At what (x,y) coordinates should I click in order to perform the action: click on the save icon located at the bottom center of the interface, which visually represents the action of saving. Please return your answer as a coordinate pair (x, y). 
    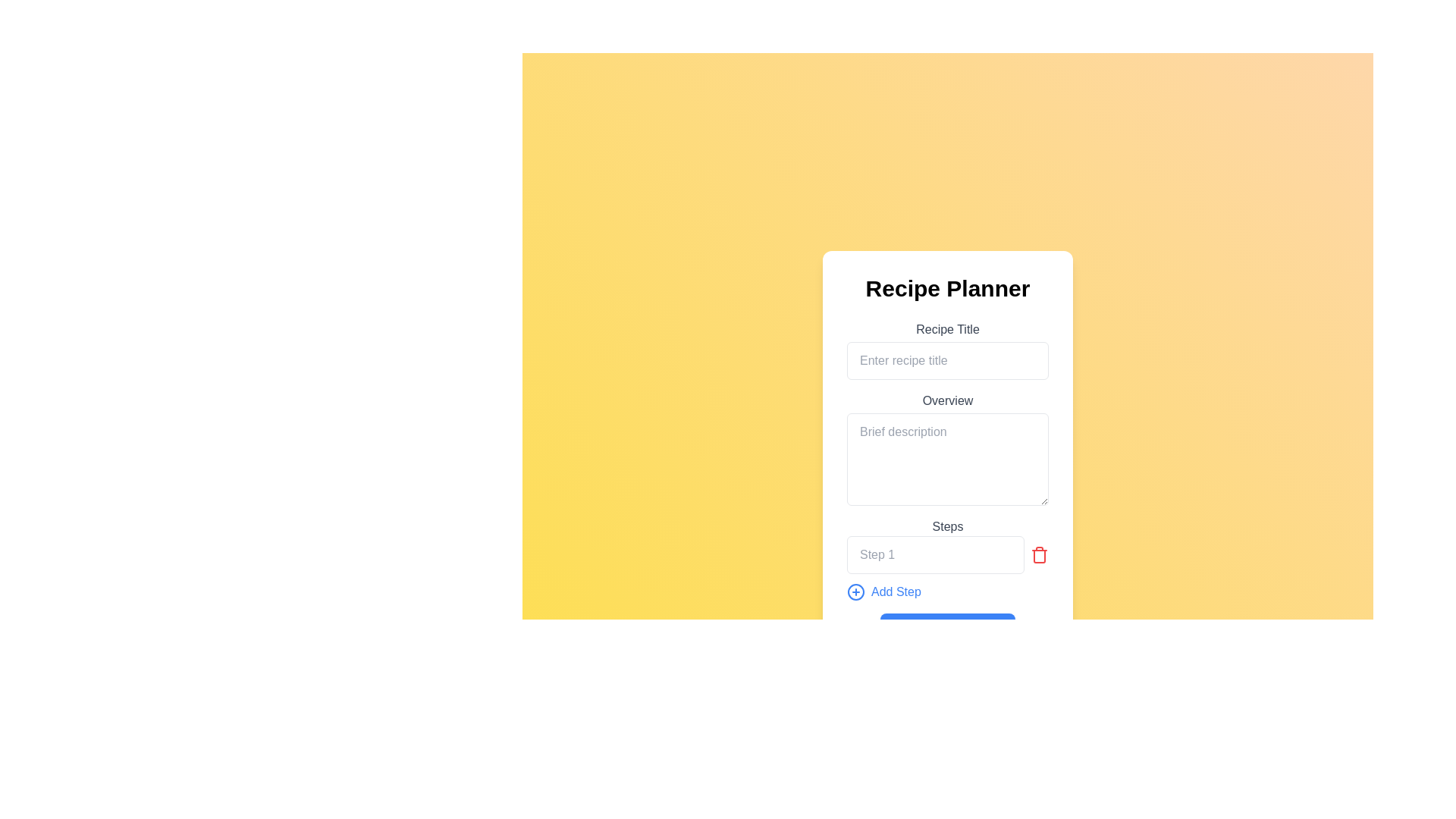
    Looking at the image, I should click on (988, 632).